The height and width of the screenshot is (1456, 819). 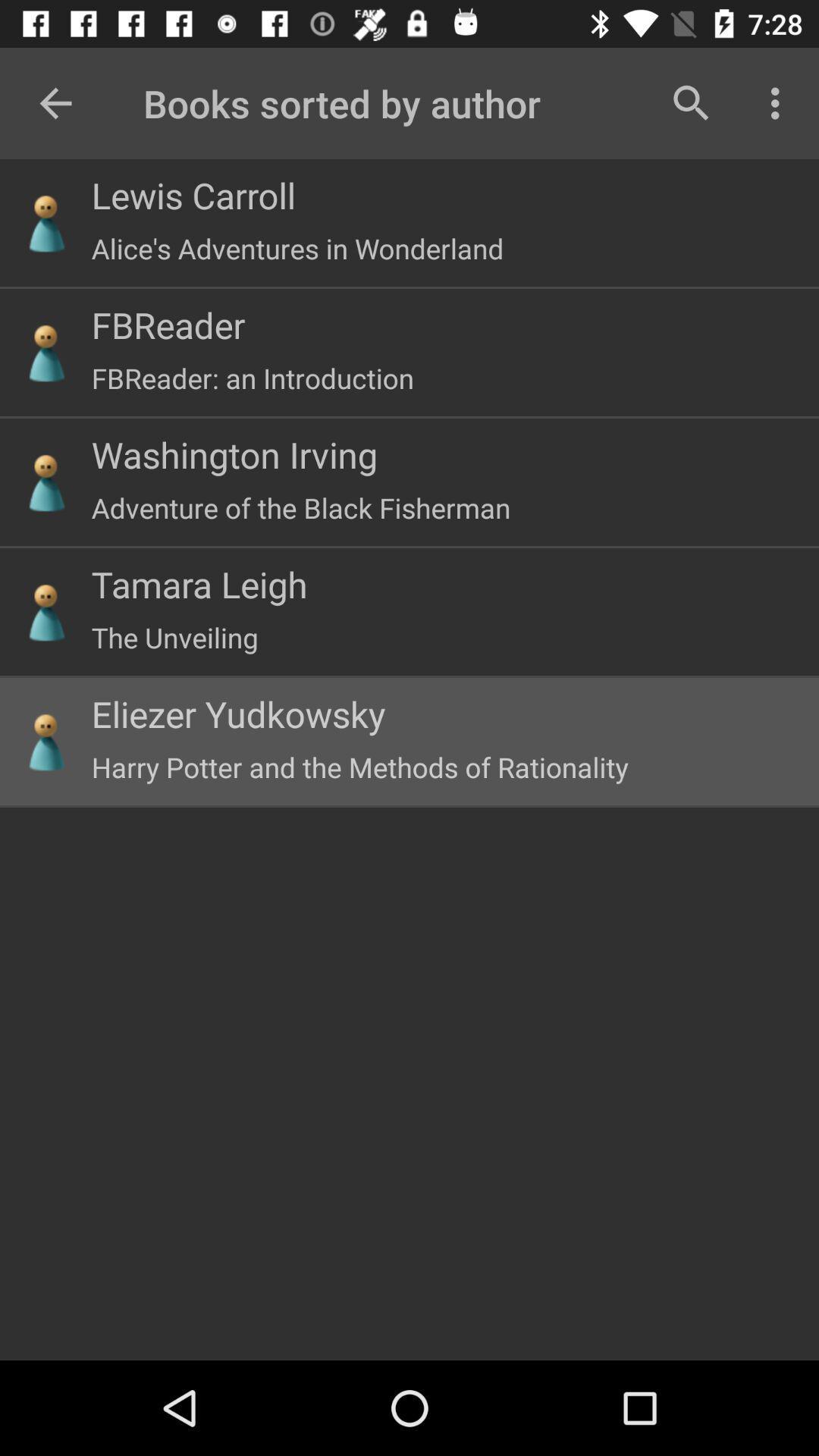 What do you see at coordinates (359, 767) in the screenshot?
I see `the harry potter and icon` at bounding box center [359, 767].